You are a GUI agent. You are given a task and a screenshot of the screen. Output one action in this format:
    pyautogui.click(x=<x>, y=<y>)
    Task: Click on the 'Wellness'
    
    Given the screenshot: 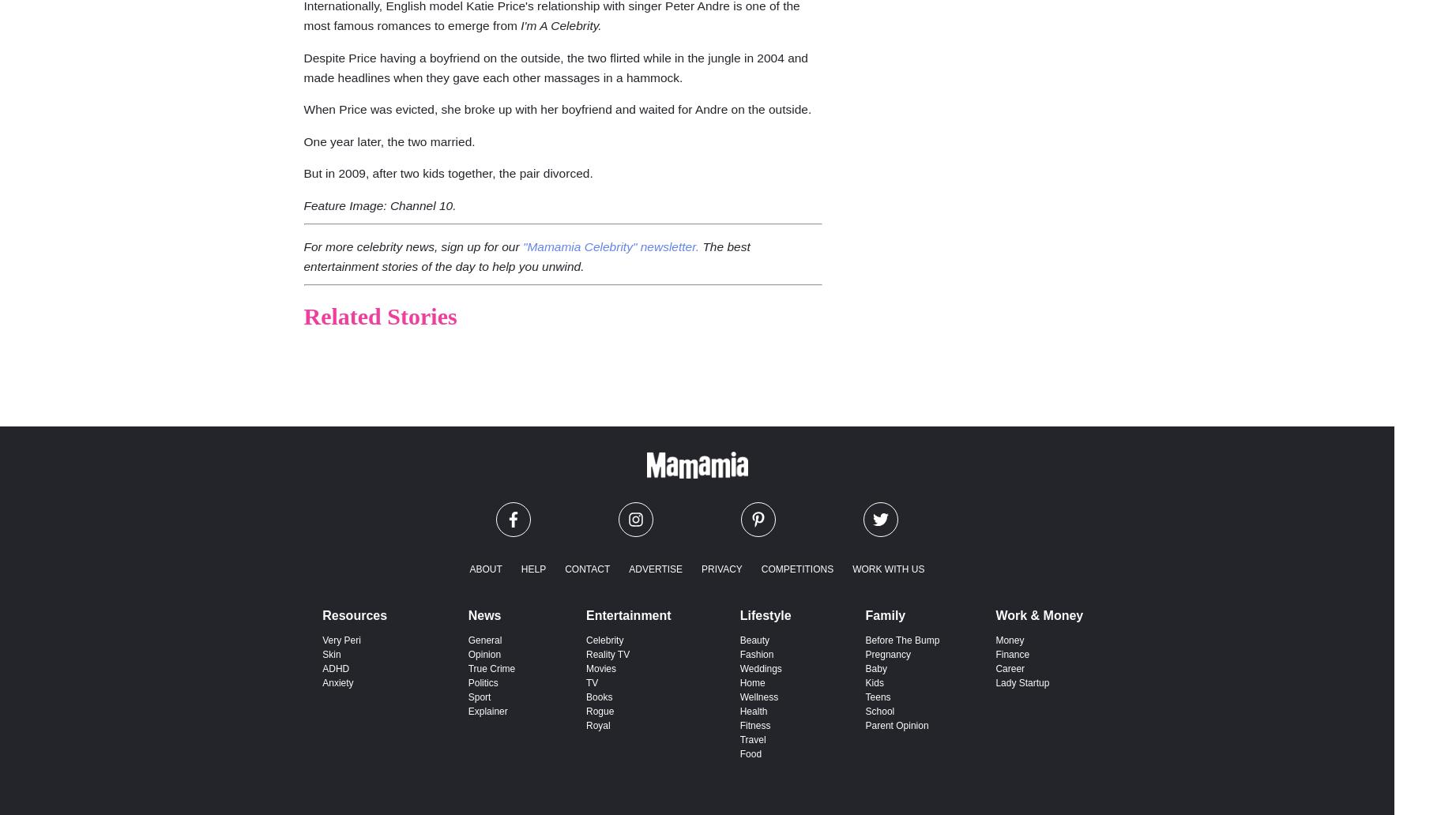 What is the action you would take?
    pyautogui.click(x=758, y=697)
    